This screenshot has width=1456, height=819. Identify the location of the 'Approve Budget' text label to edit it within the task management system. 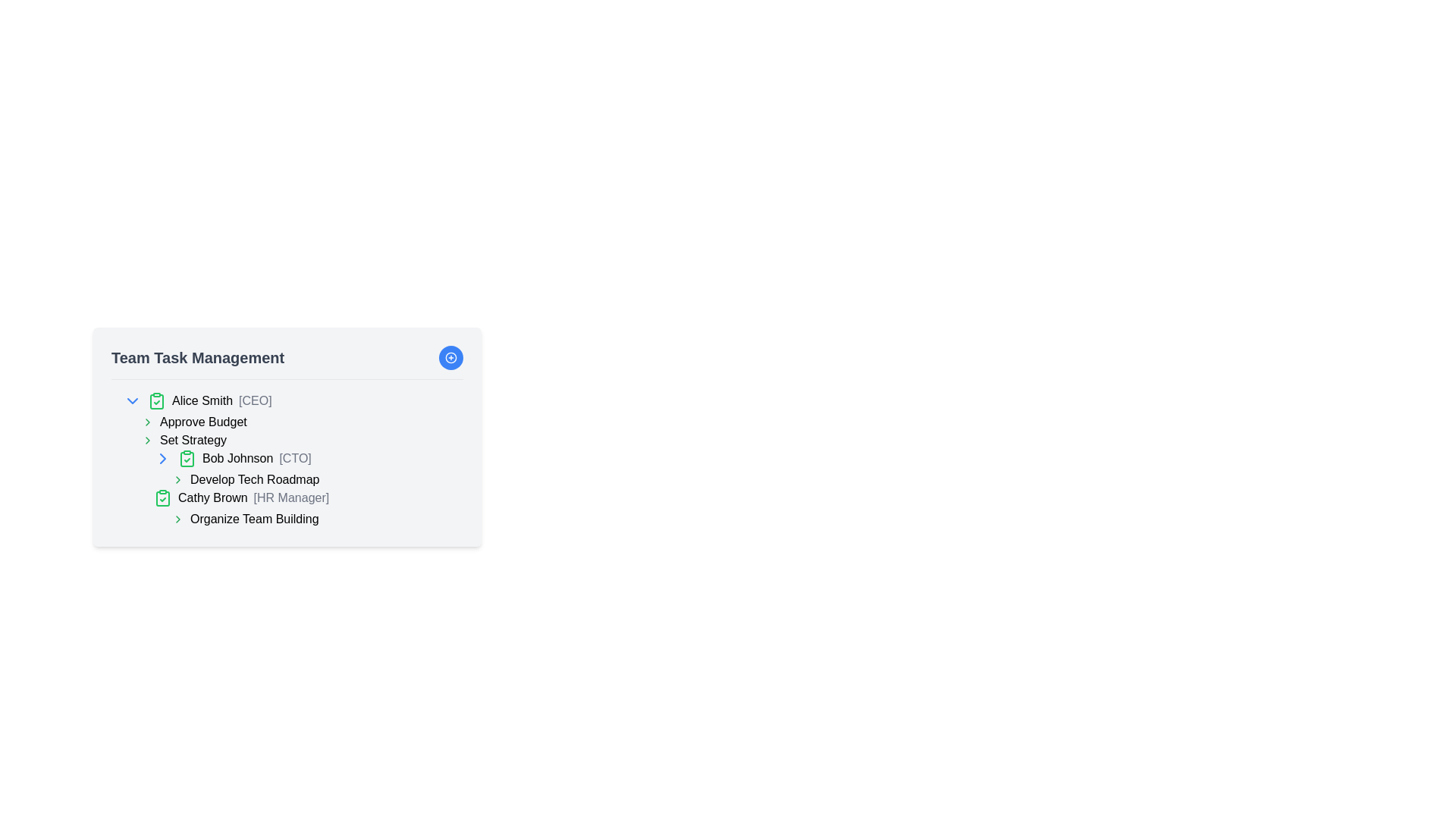
(202, 422).